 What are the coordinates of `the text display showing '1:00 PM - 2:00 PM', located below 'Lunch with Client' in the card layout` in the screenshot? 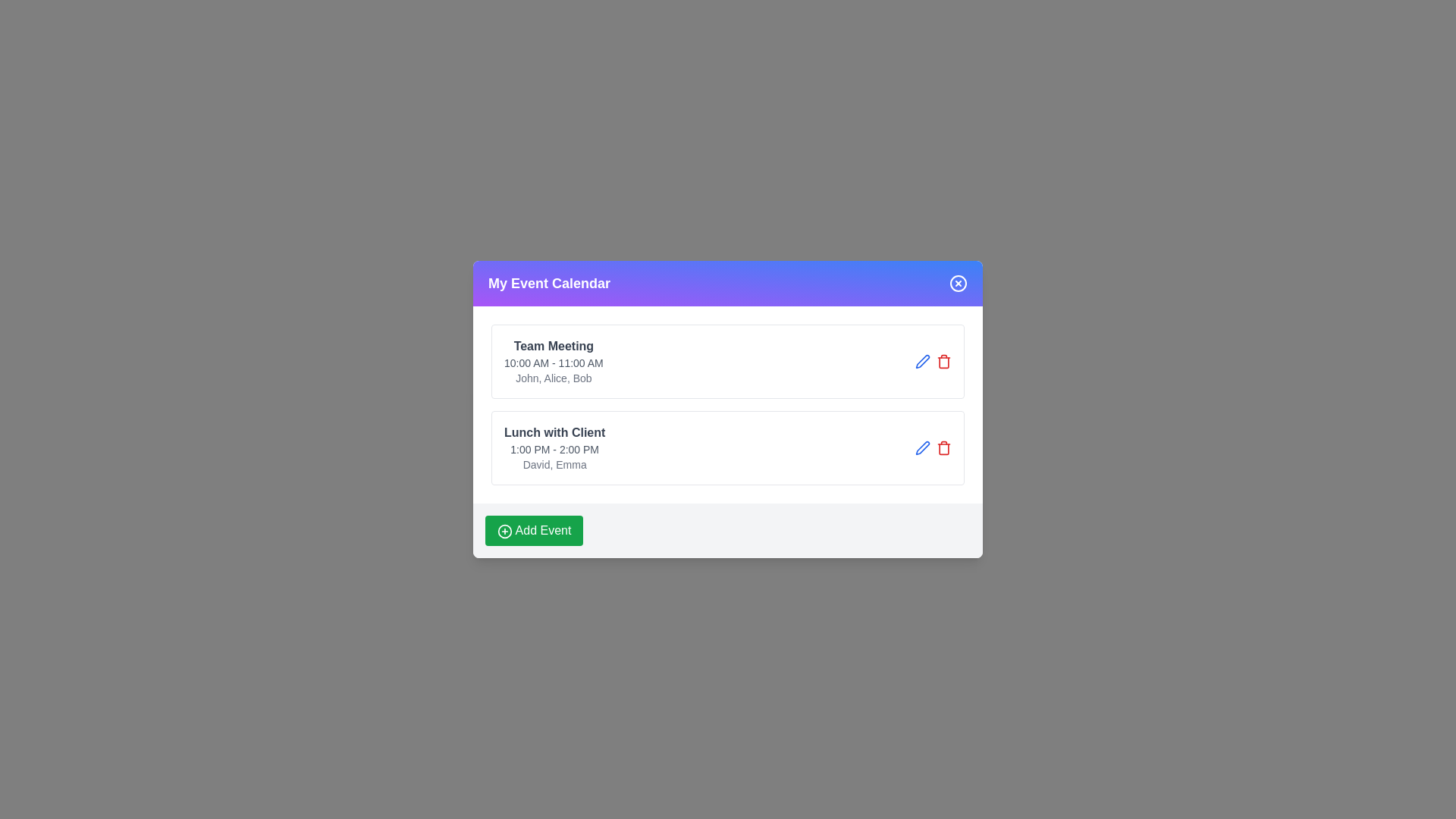 It's located at (554, 449).